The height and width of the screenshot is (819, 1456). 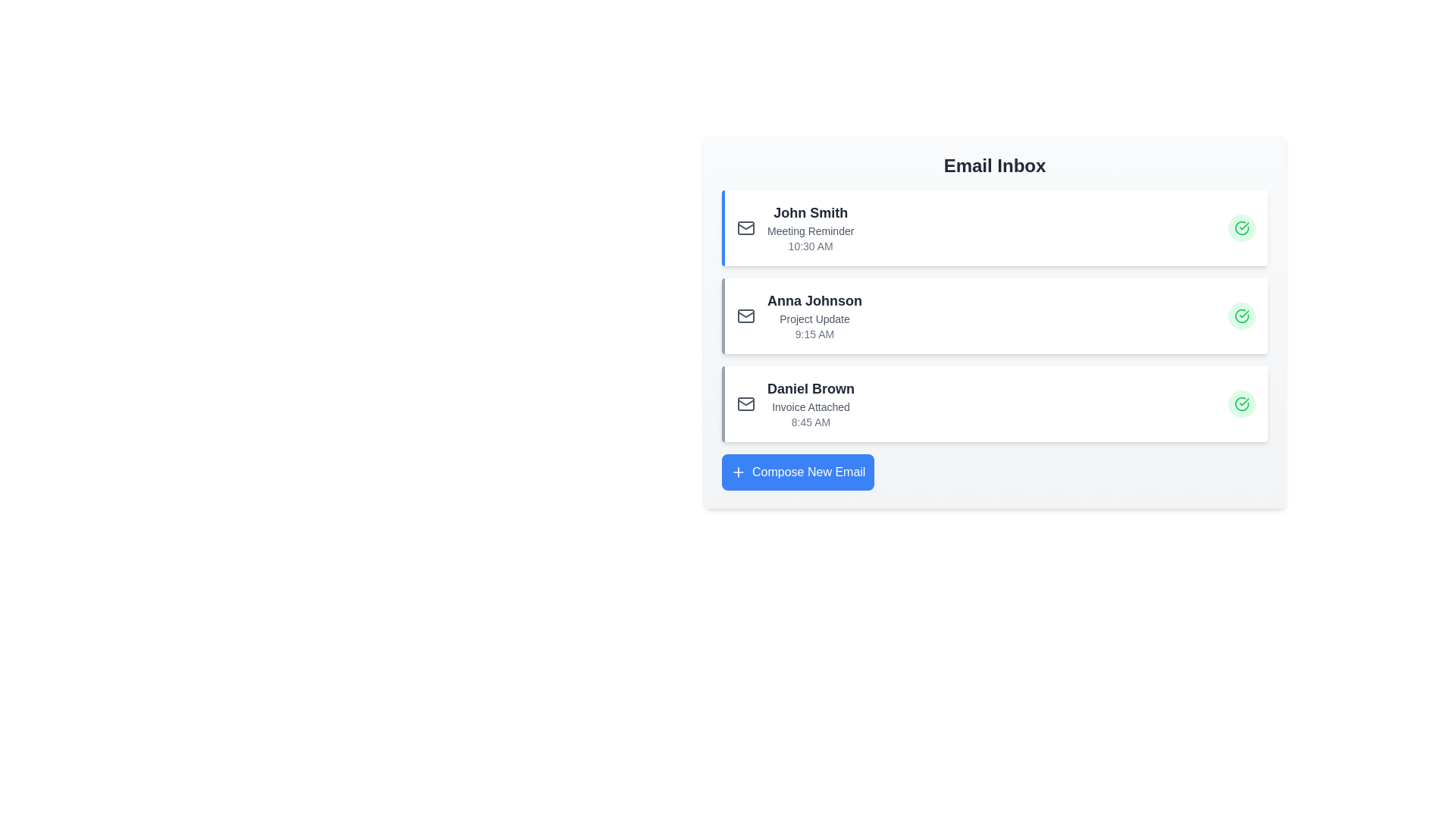 I want to click on the green check button for the email with the sender Anna Johnson, so click(x=1241, y=315).